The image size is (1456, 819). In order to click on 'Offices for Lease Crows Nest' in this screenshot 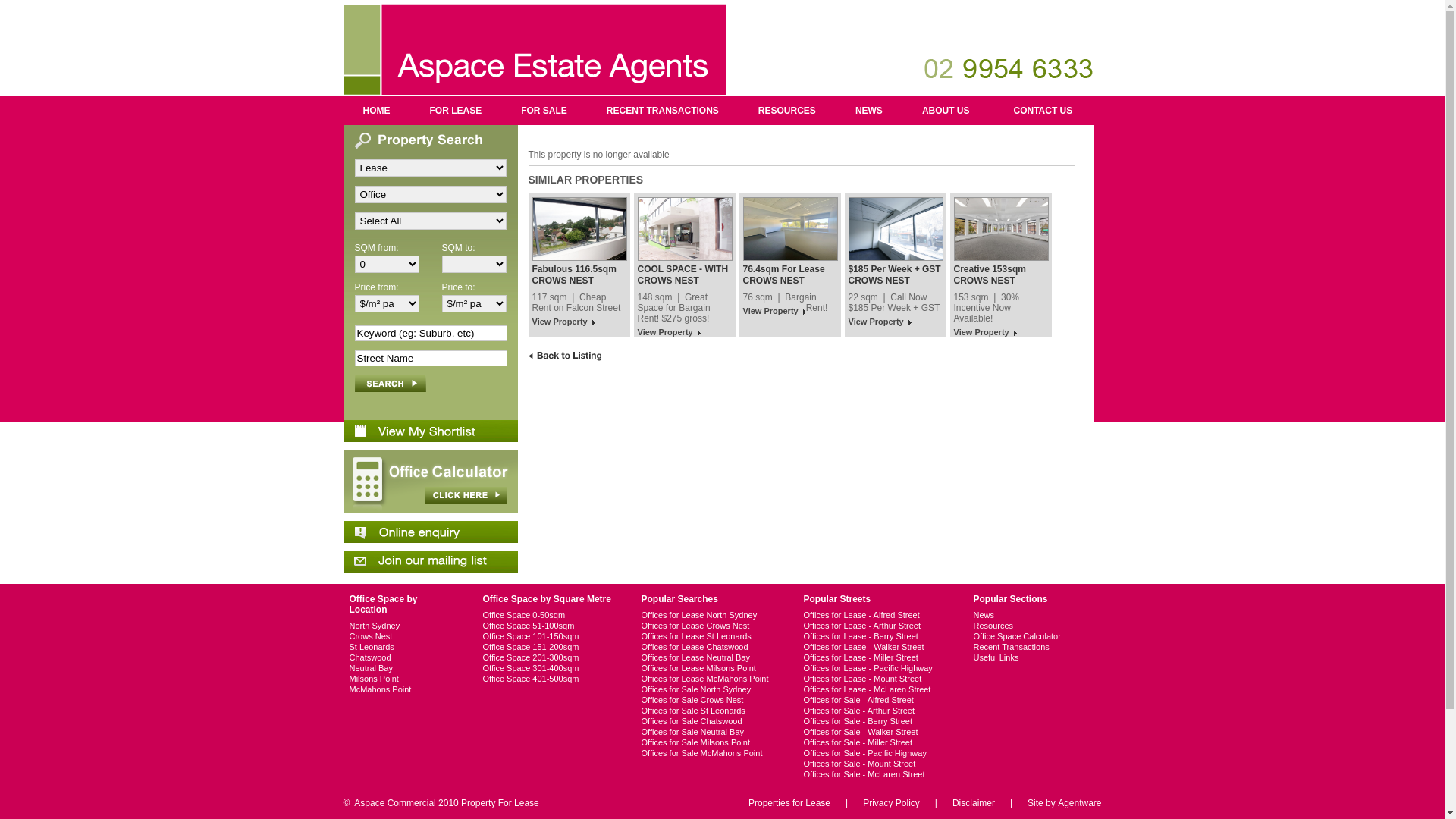, I will do `click(709, 626)`.